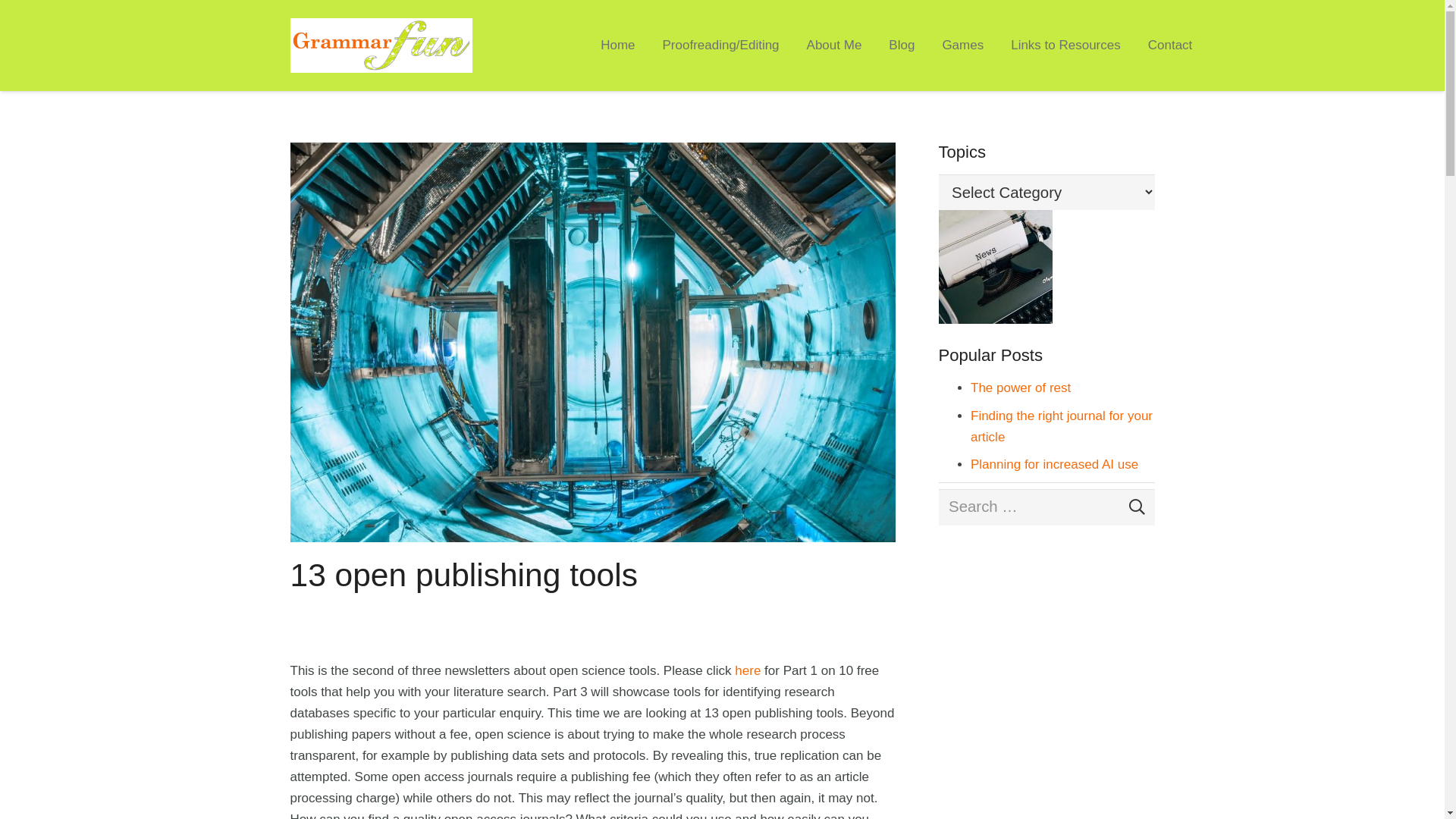  Describe the element at coordinates (720, 45) in the screenshot. I see `'Proofreading/Editing'` at that location.